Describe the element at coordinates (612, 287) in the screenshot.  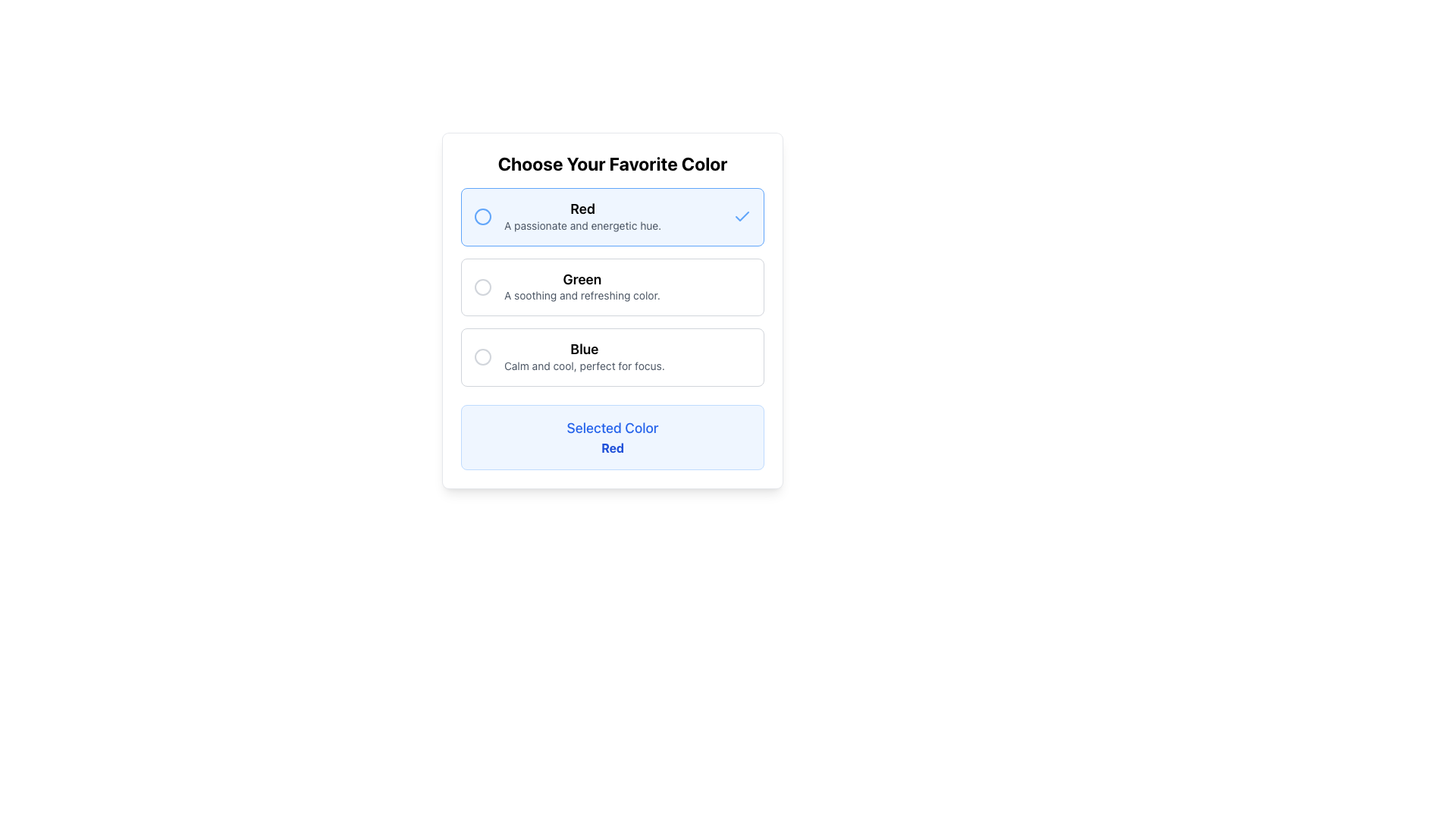
I see `the 'Green' color option in the selectable list` at that location.